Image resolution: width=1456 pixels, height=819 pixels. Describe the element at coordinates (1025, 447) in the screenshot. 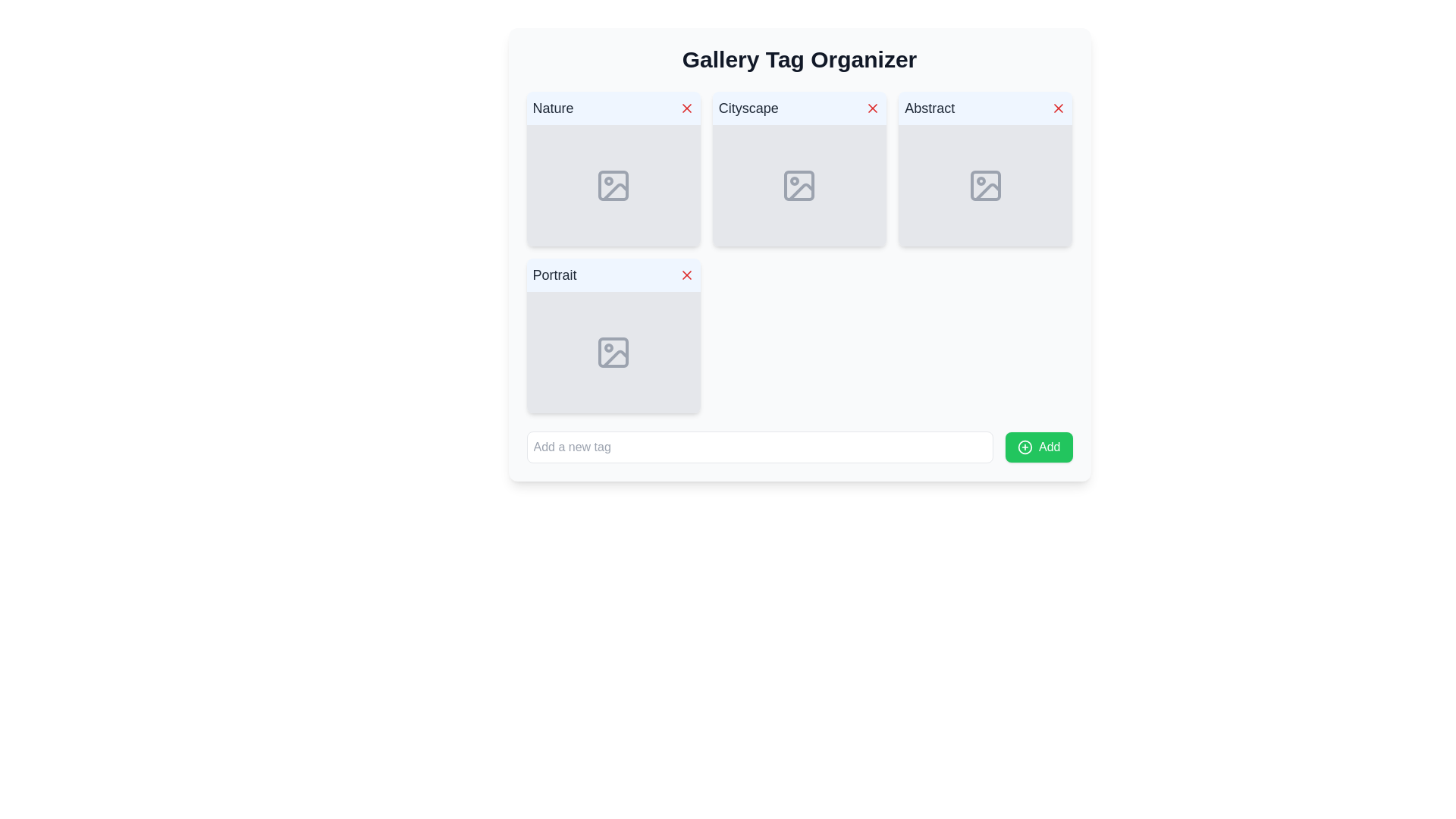

I see `the circular SVG element located at the bottom right of the interface, adjacent to the green 'Add' button` at that location.